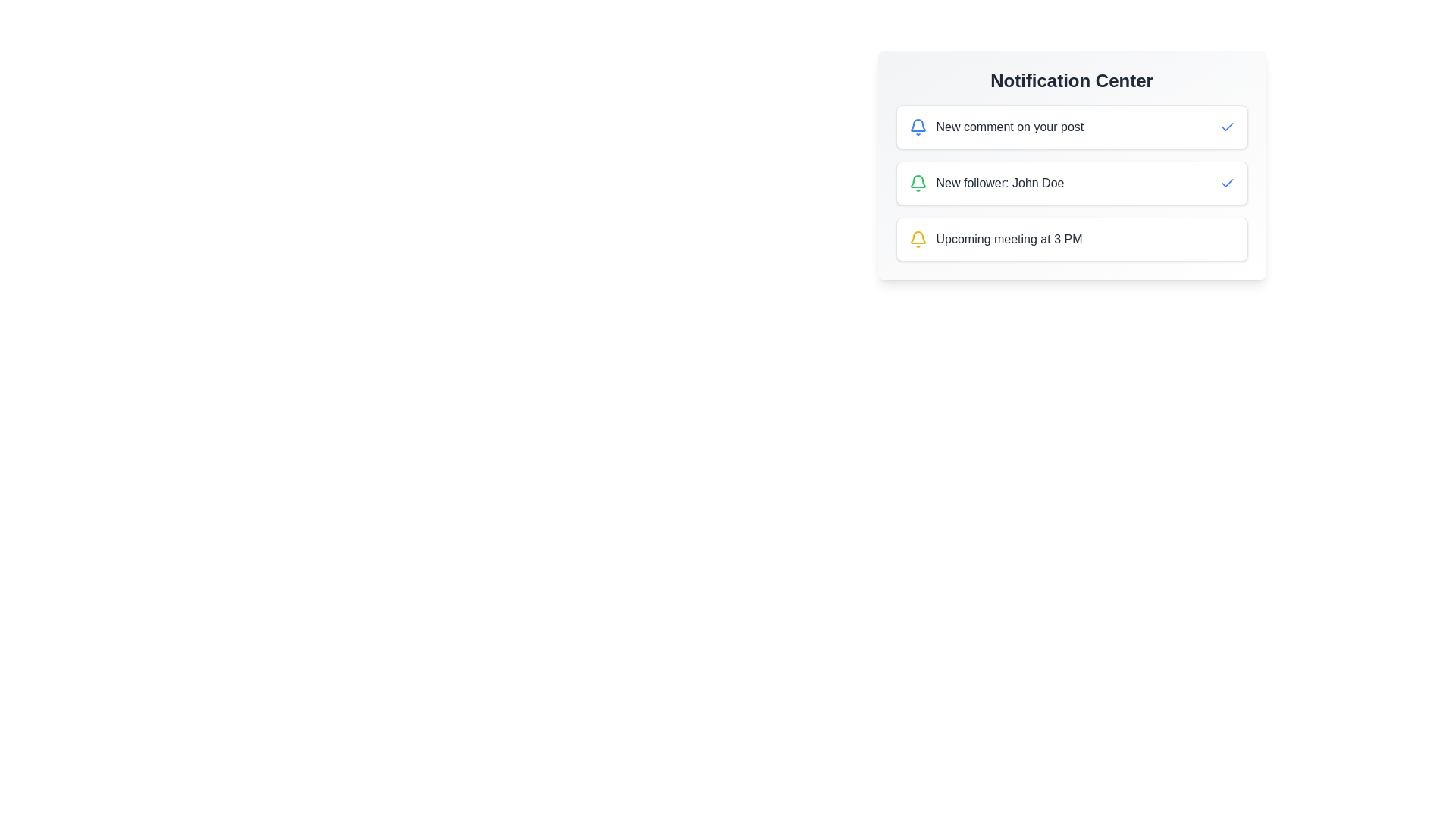 The height and width of the screenshot is (819, 1456). I want to click on the green bell icon that indicates a 'new follower' update, located to the left of the text 'New follower: John Doe' in the Notification Center, so click(917, 183).